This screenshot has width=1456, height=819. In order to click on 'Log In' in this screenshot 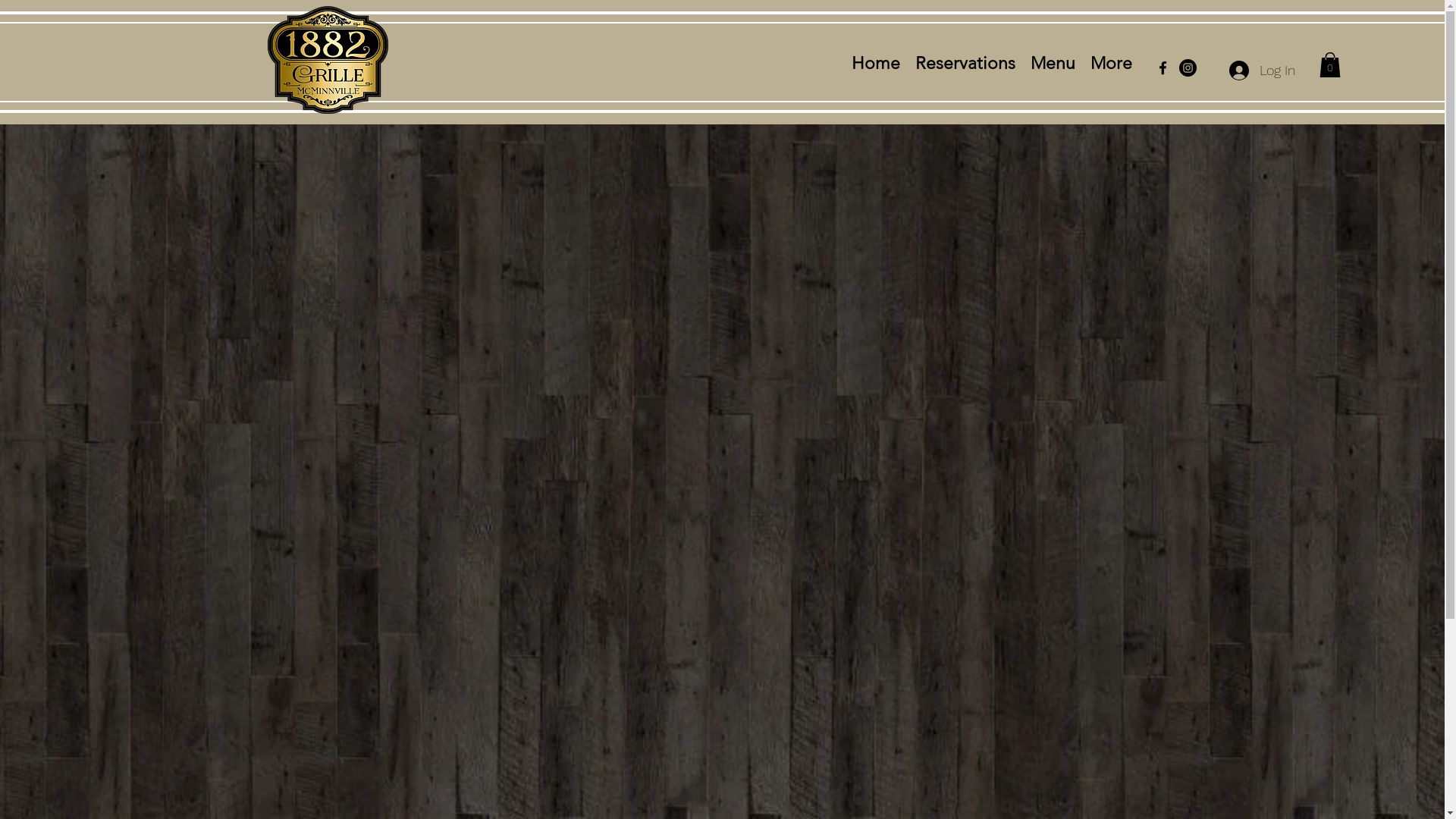, I will do `click(1262, 70)`.